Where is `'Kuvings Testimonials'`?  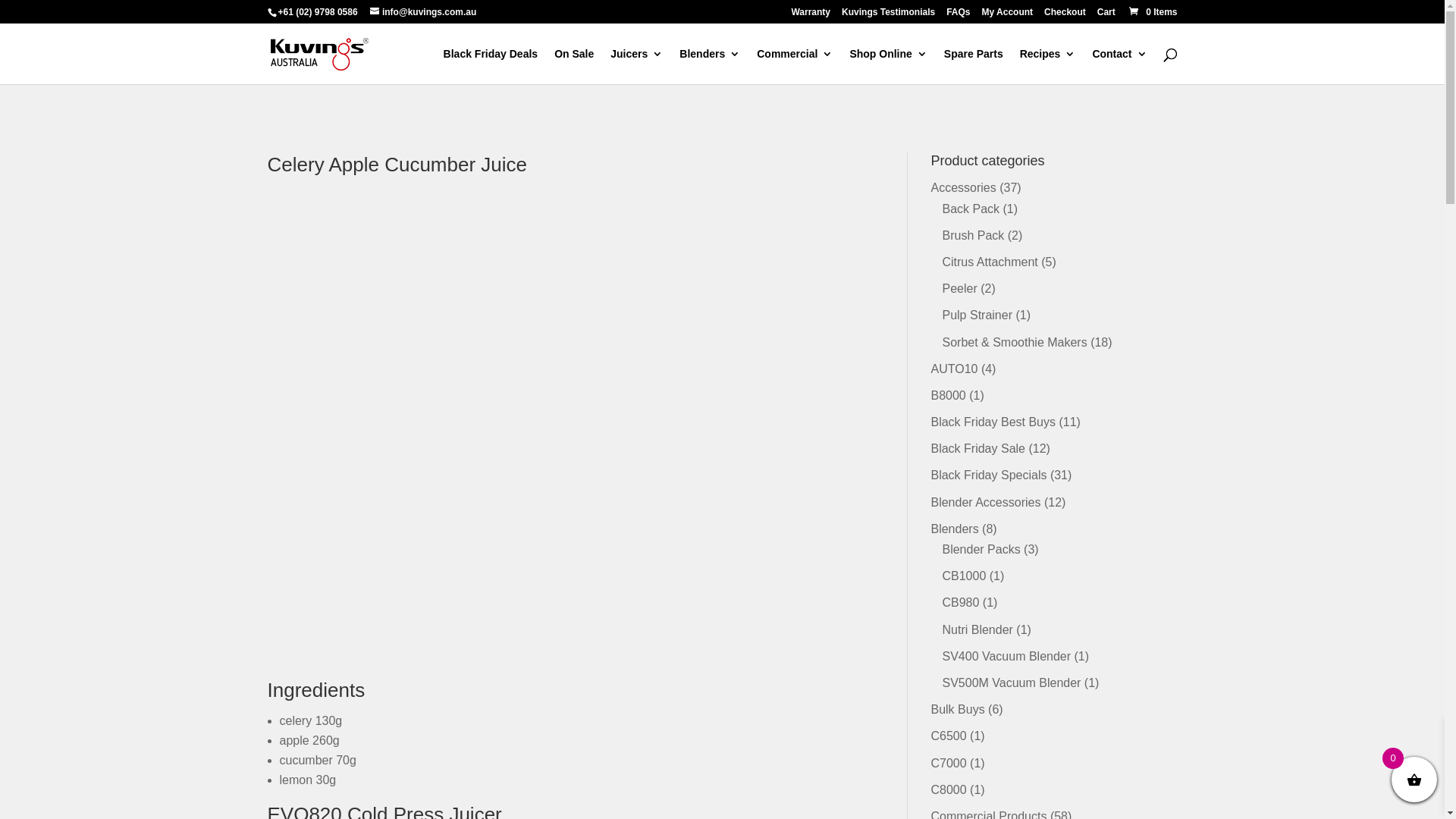
'Kuvings Testimonials' is located at coordinates (888, 15).